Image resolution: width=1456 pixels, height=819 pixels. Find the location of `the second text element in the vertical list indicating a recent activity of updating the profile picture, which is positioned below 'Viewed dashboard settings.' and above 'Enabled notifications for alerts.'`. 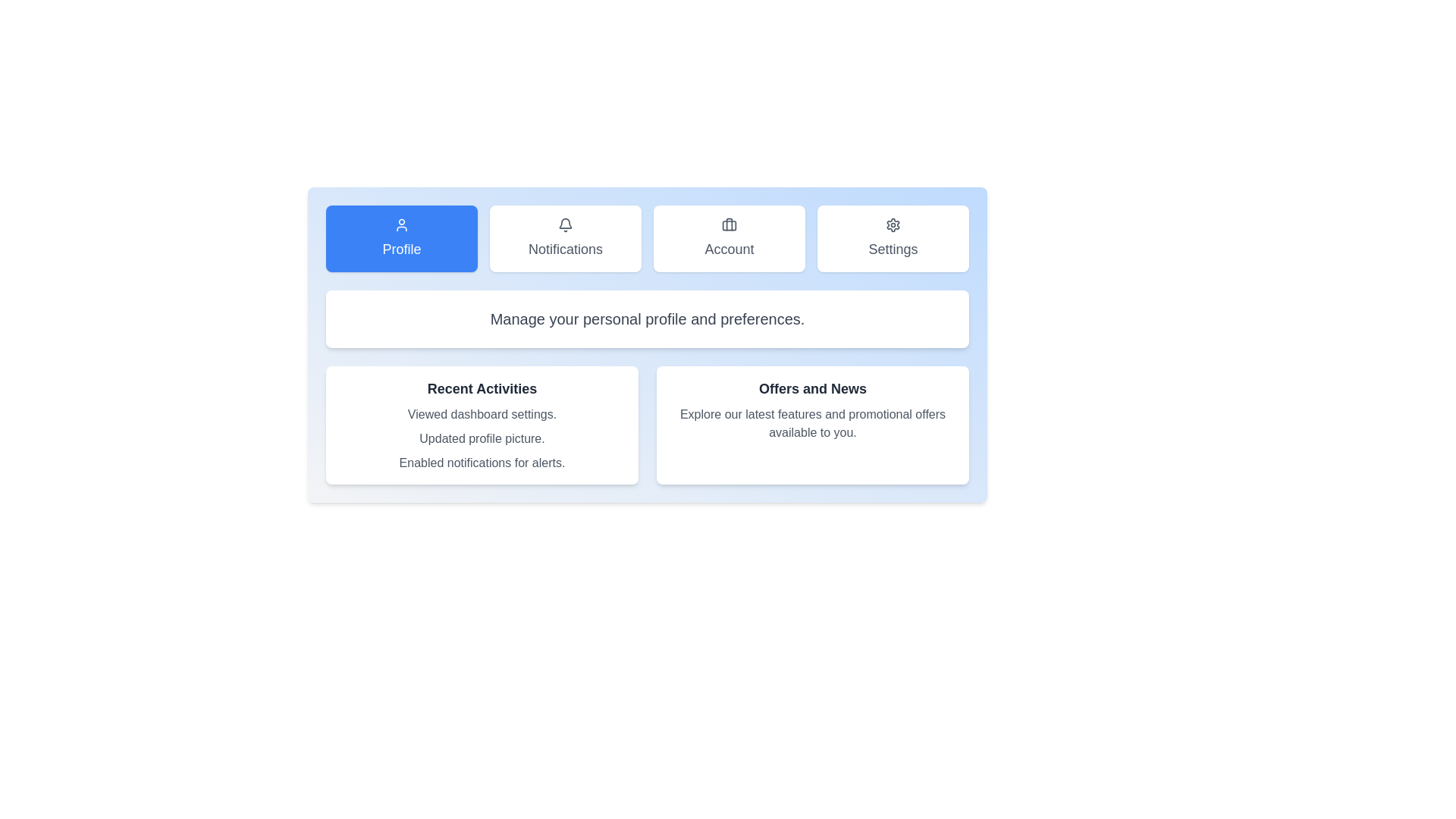

the second text element in the vertical list indicating a recent activity of updating the profile picture, which is positioned below 'Viewed dashboard settings.' and above 'Enabled notifications for alerts.' is located at coordinates (481, 438).